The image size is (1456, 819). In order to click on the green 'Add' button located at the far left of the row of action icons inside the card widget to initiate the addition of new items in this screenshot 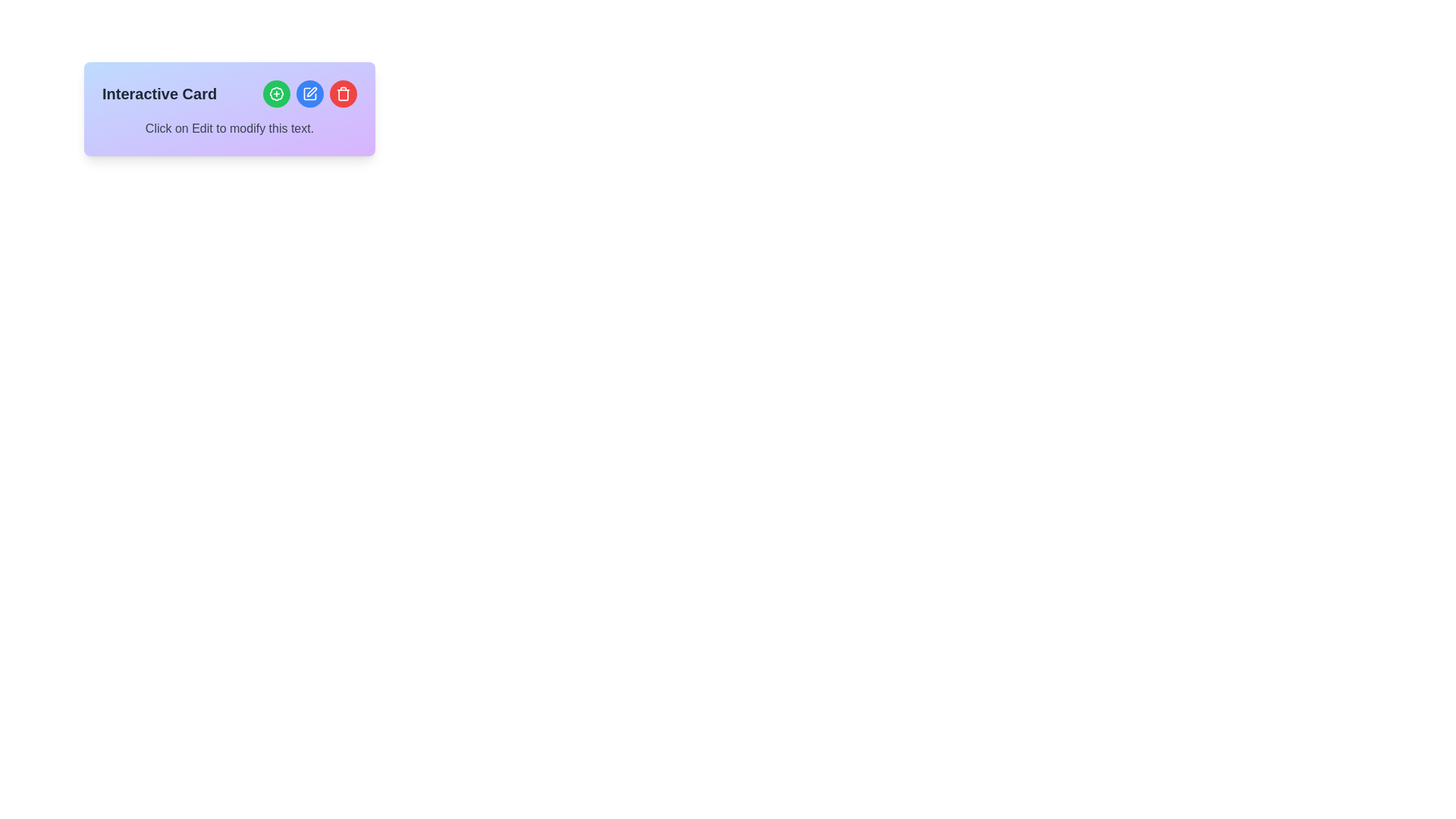, I will do `click(276, 93)`.